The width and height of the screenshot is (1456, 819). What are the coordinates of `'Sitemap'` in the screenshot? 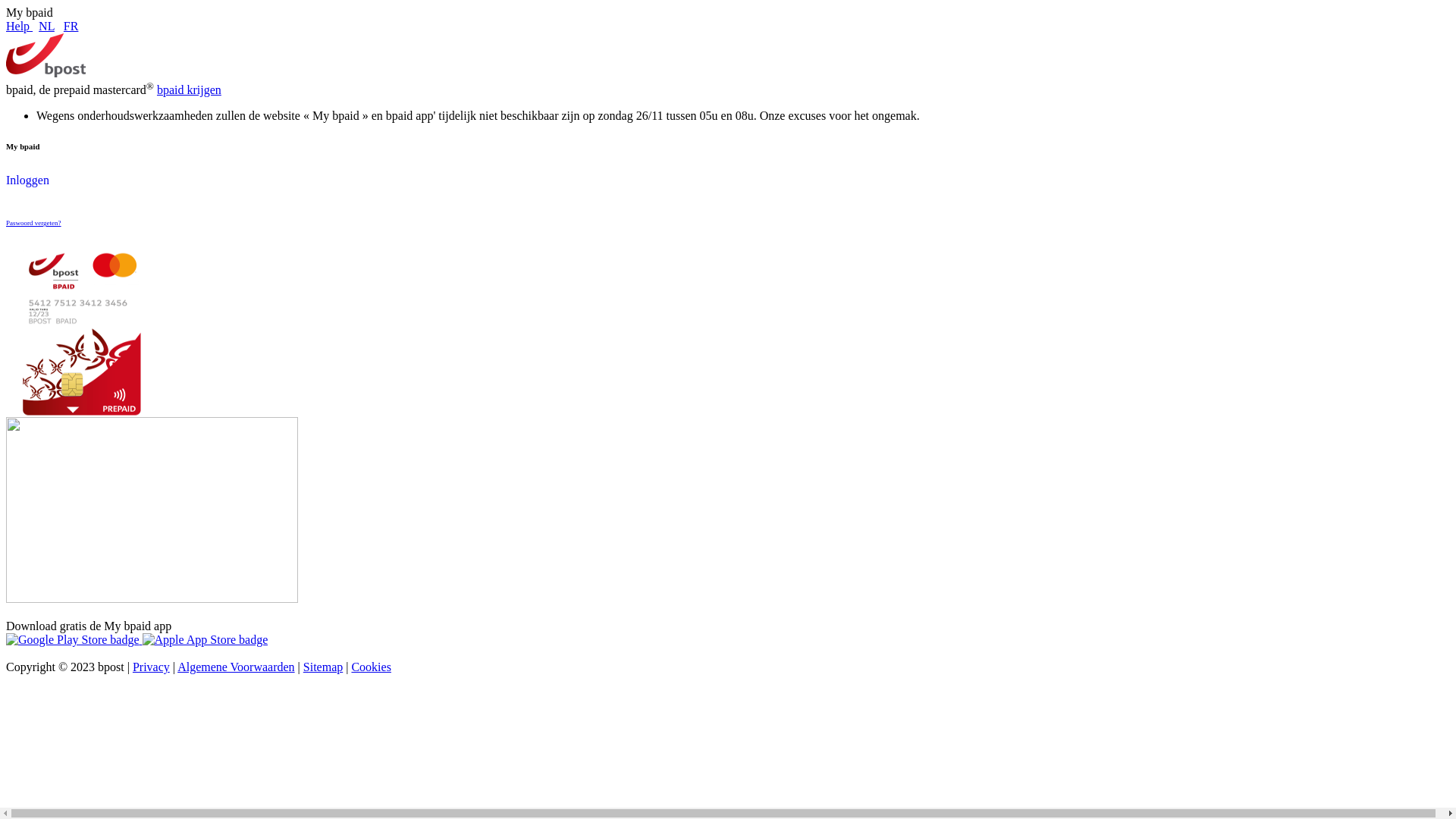 It's located at (322, 666).